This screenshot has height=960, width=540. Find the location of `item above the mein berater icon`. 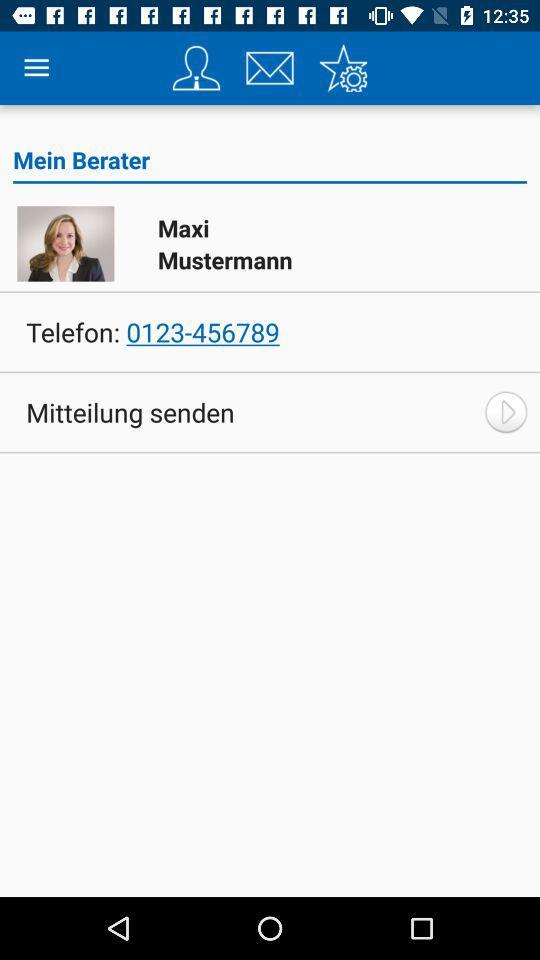

item above the mein berater icon is located at coordinates (270, 68).